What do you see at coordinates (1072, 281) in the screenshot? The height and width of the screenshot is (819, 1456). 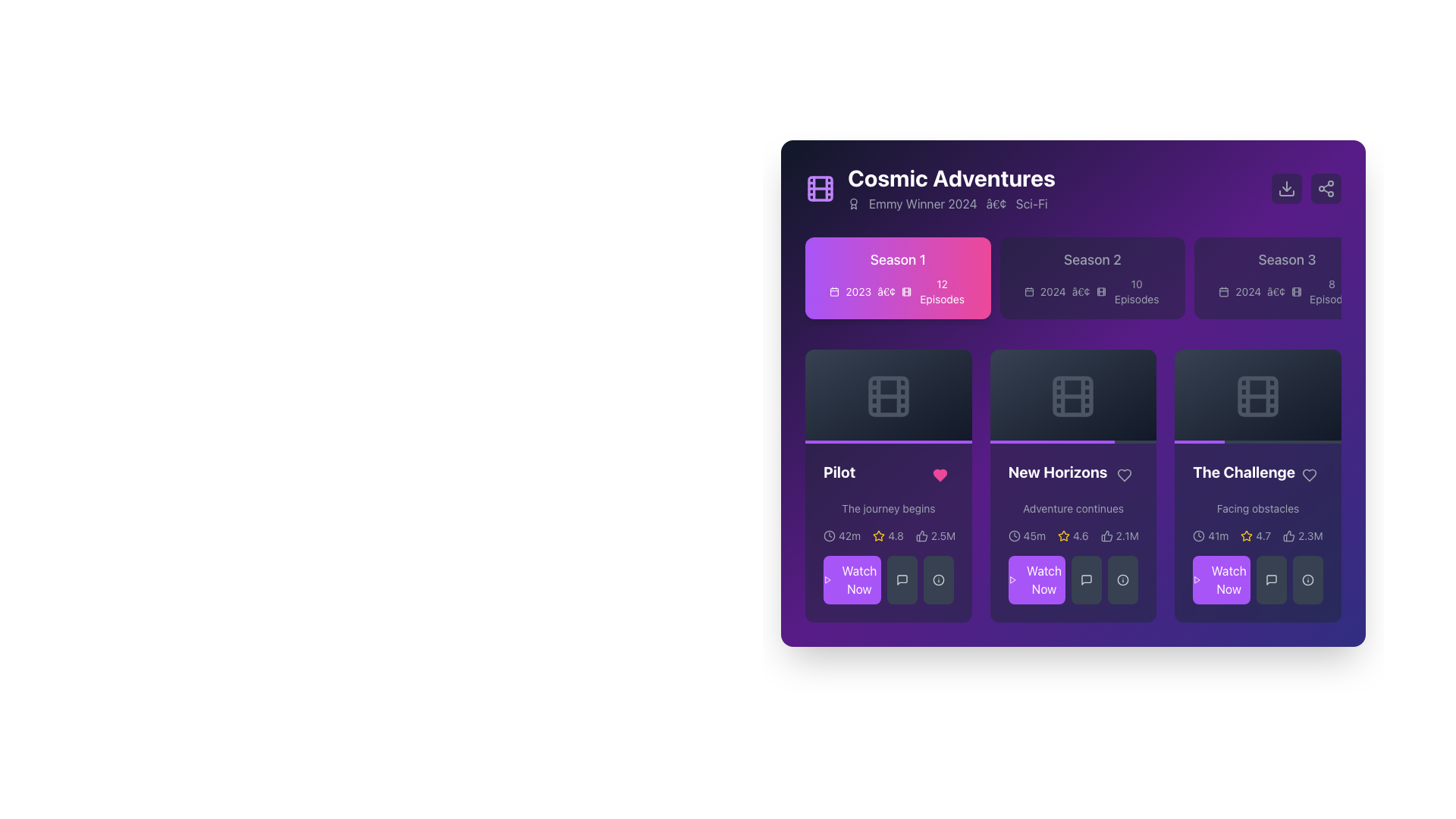 I see `the 'Season 2' button with a dark purple background that displays 'Season 2 (2024) - 10 Episodes'` at bounding box center [1072, 281].